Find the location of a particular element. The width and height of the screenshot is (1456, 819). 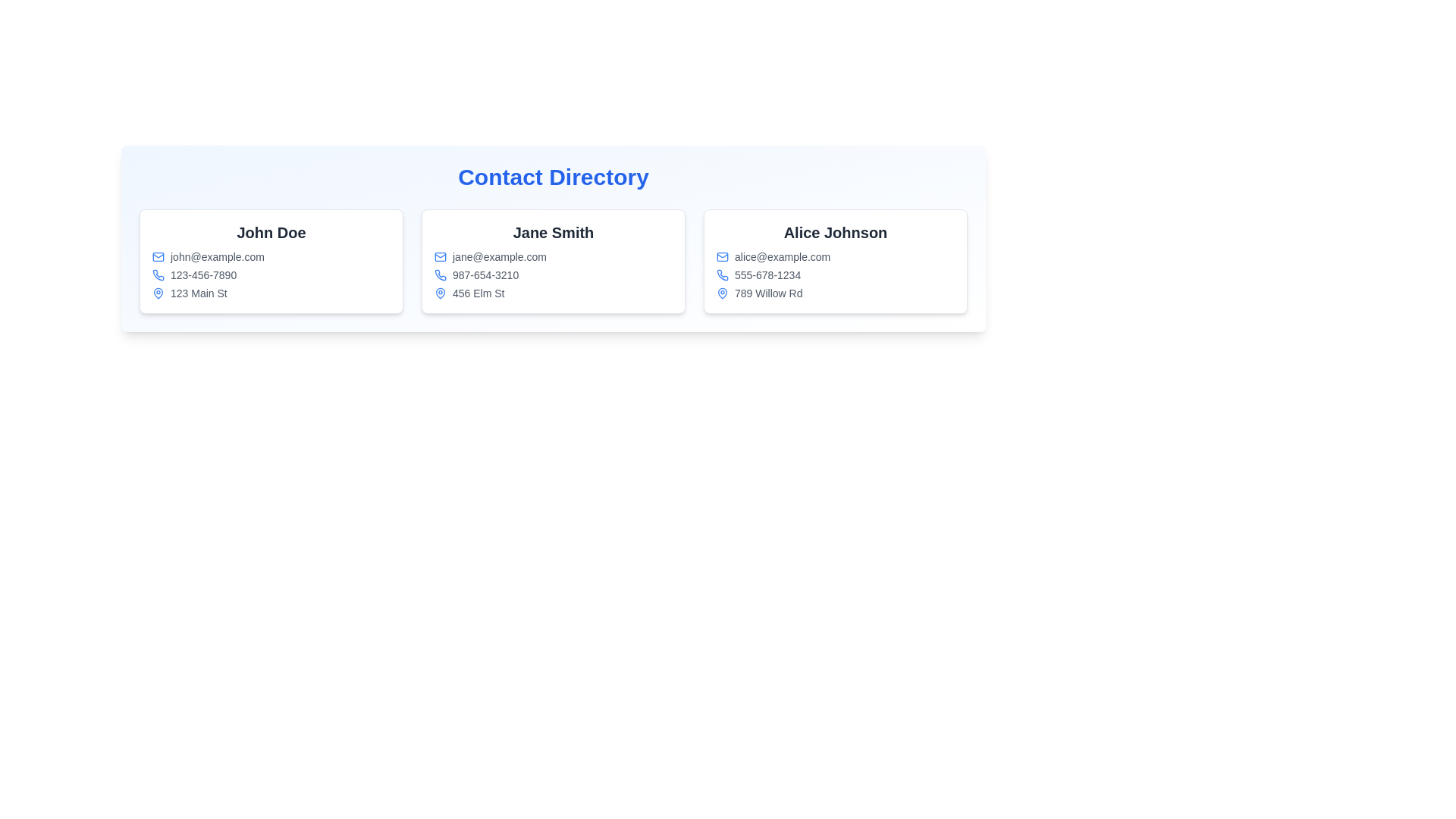

the blue outlined map pin icon with a white fill, located next to the text entry '456 Elm St' is located at coordinates (439, 293).